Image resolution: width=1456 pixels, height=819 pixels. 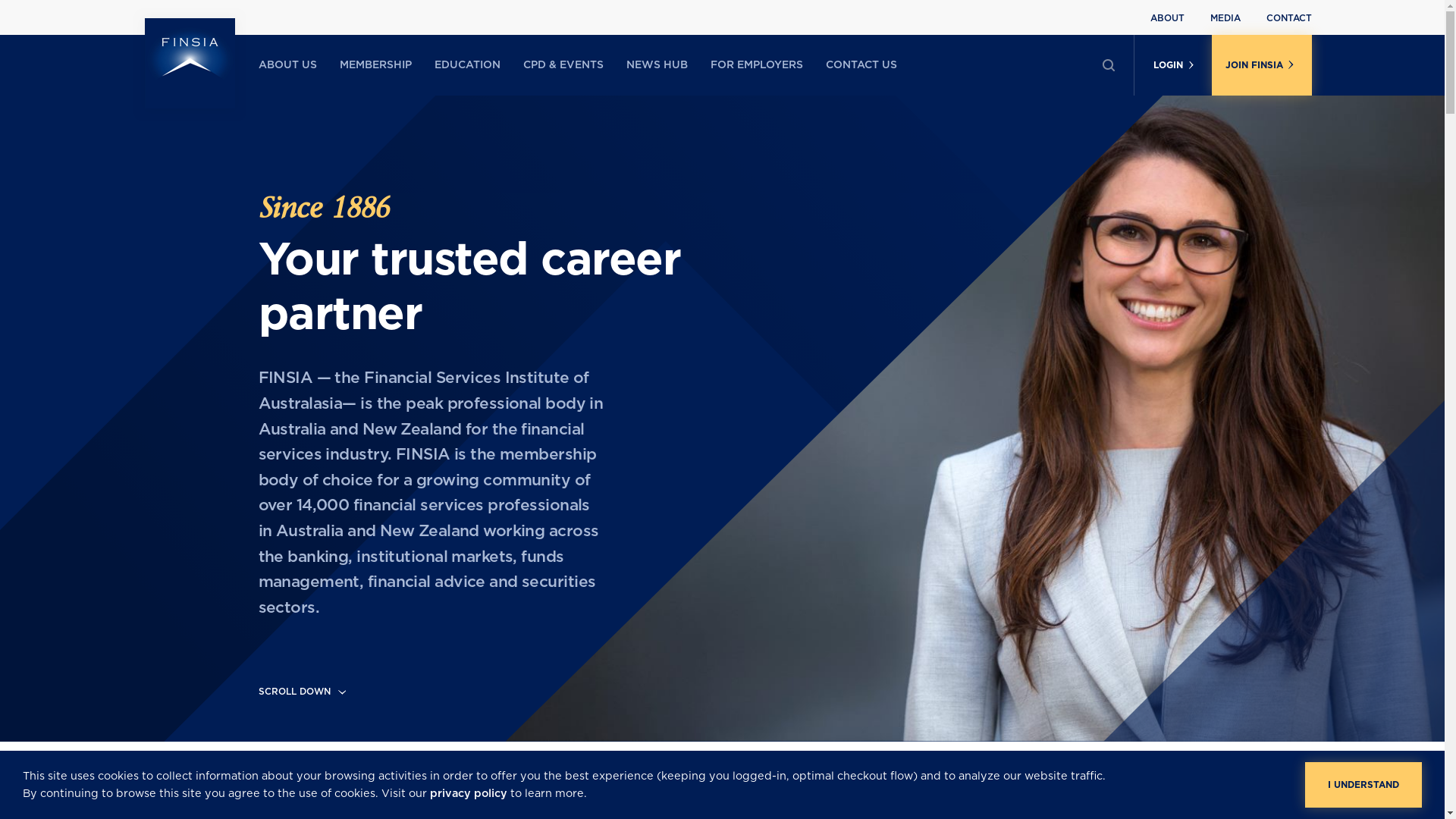 What do you see at coordinates (756, 64) in the screenshot?
I see `'FOR EMPLOYERS'` at bounding box center [756, 64].